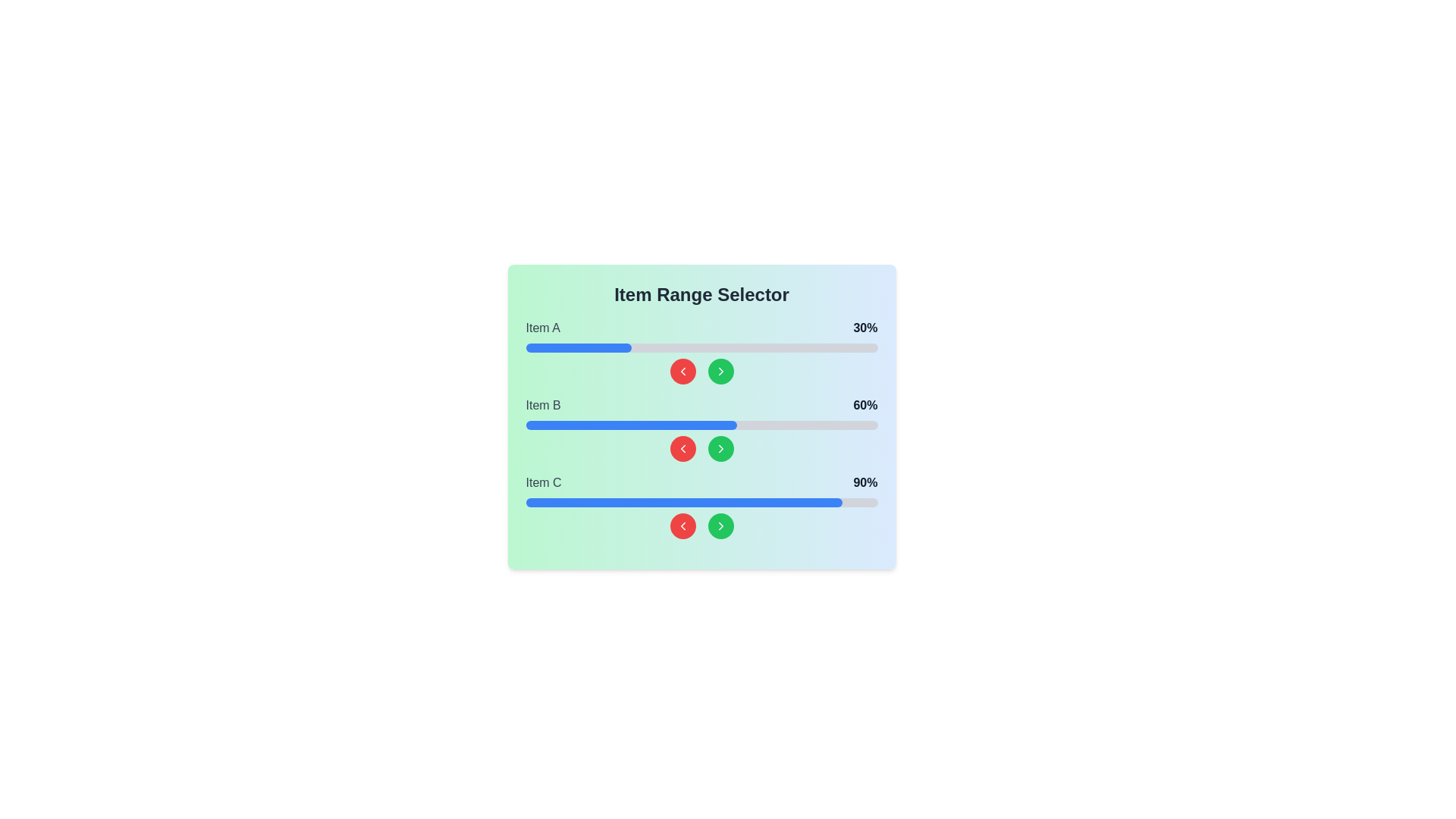 This screenshot has height=819, width=1456. I want to click on the third progress bar in the 'Item Range Selector' list, which is located beneath the label 'Item C' and above the circular buttons, with a light gray background and a blue filled segment, so click(701, 503).